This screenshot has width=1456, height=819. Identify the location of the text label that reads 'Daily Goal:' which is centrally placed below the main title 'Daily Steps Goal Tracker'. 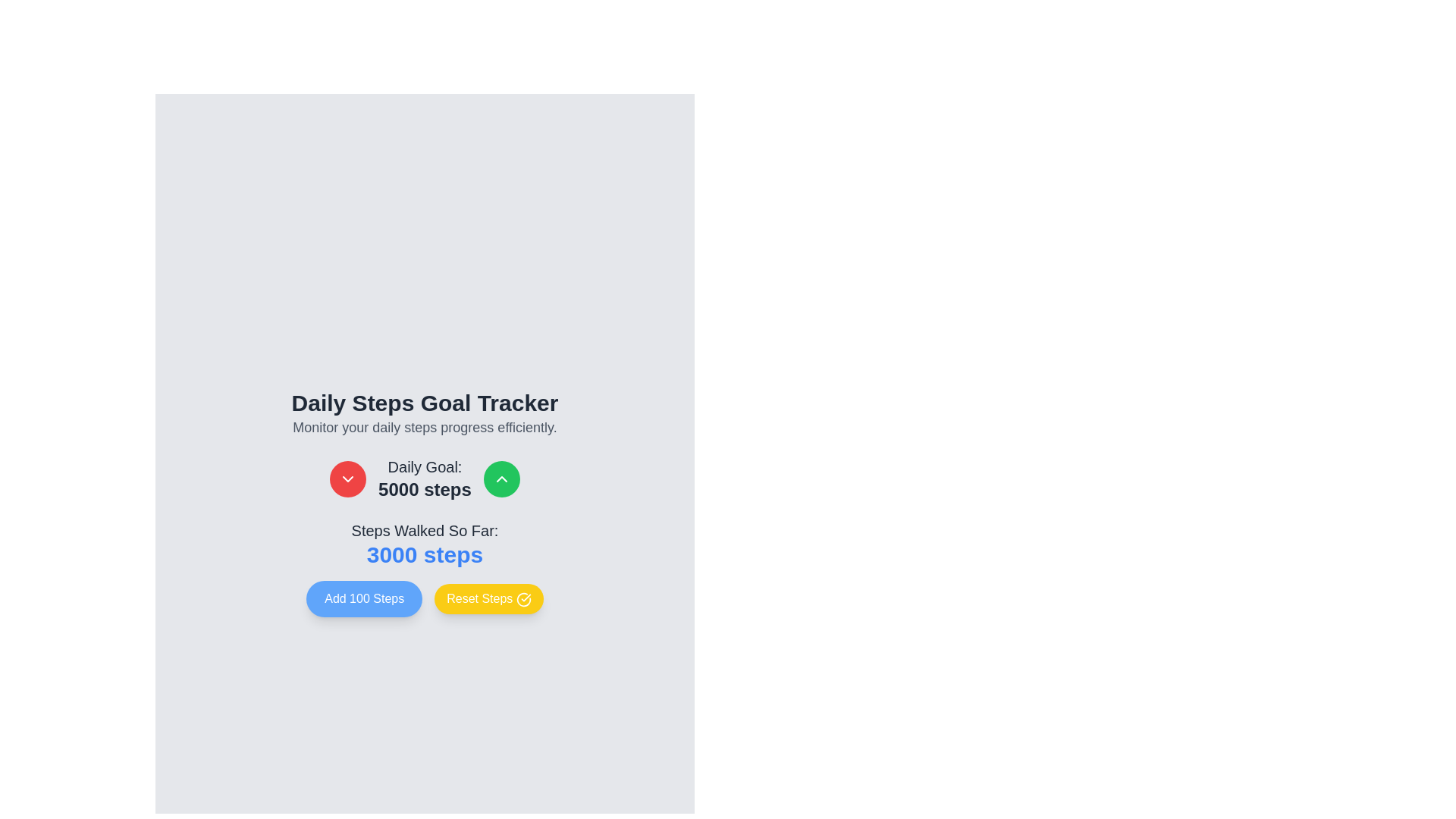
(425, 466).